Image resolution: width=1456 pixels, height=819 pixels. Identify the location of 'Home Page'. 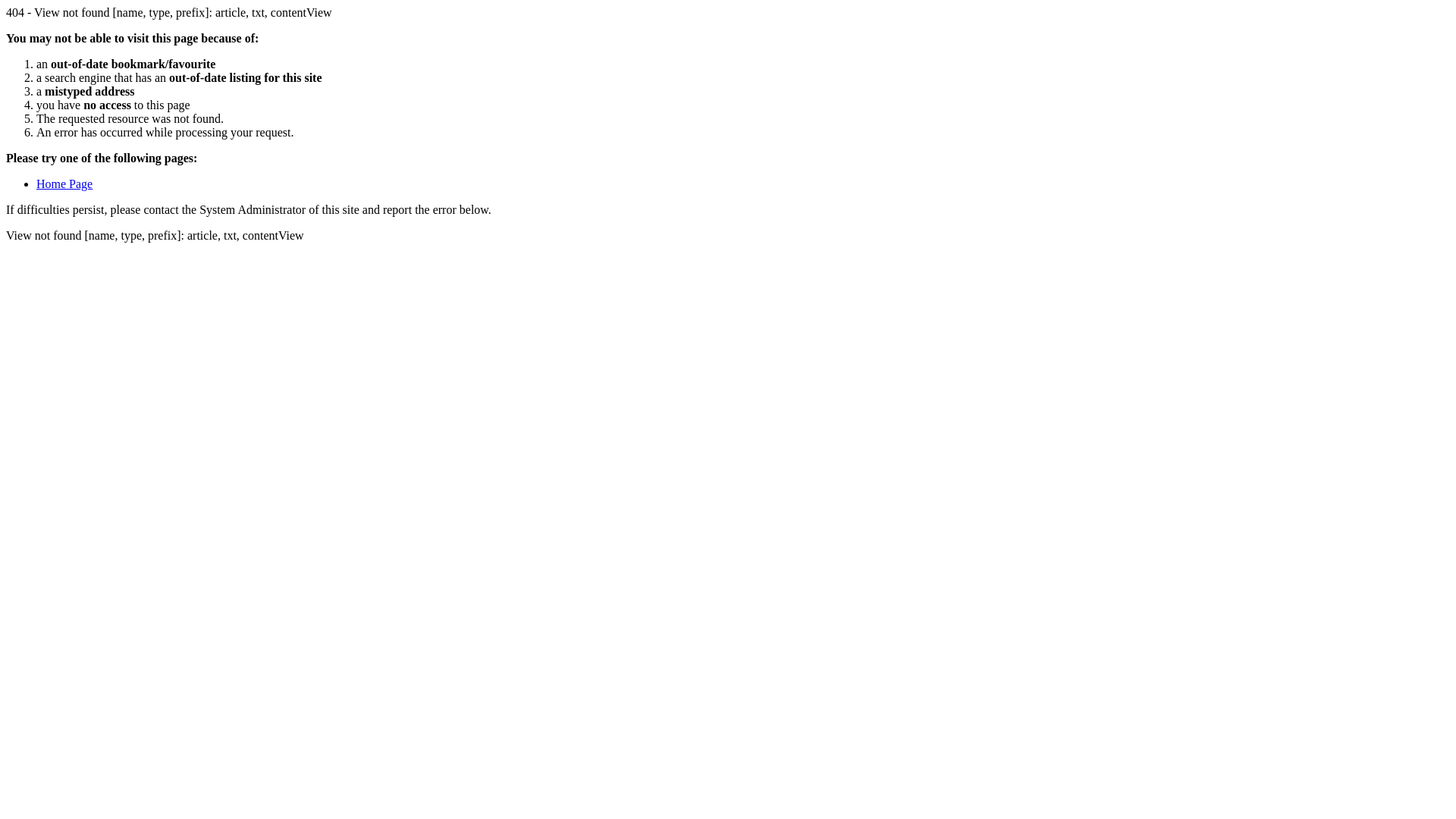
(64, 183).